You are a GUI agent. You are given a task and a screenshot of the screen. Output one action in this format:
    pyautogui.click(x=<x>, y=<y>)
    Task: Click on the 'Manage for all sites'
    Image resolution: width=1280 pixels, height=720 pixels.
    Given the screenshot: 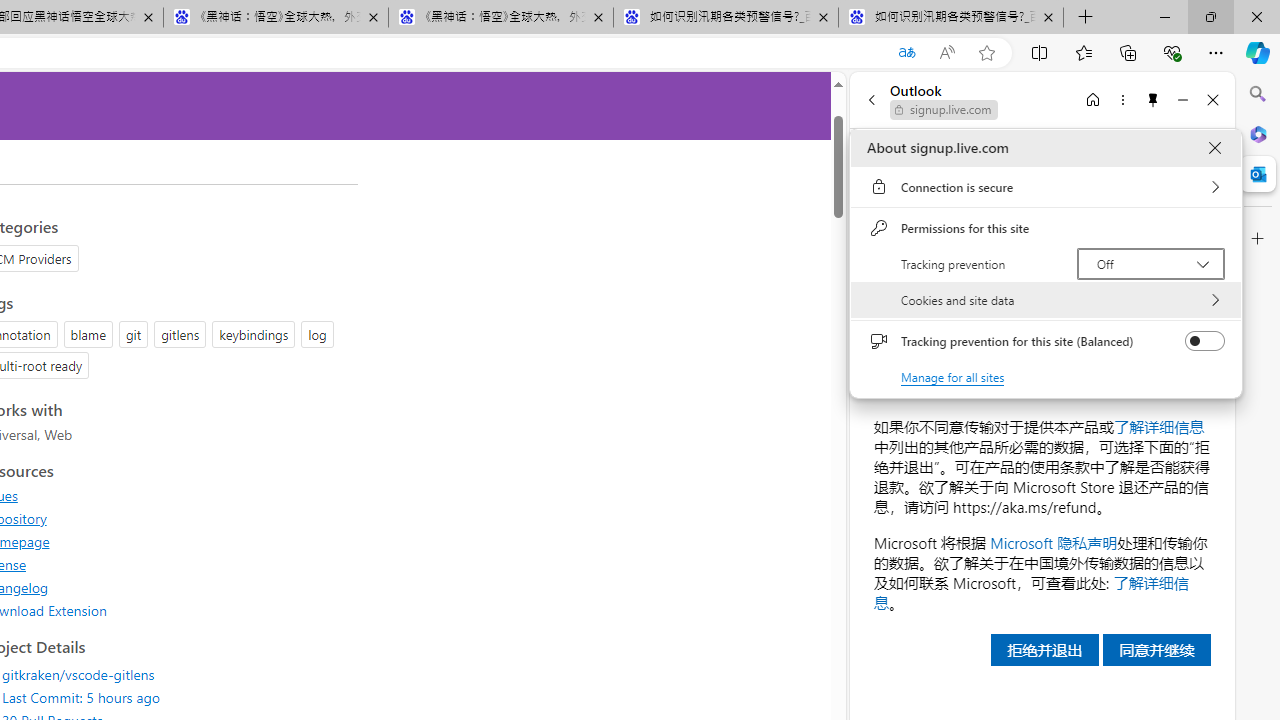 What is the action you would take?
    pyautogui.click(x=951, y=377)
    